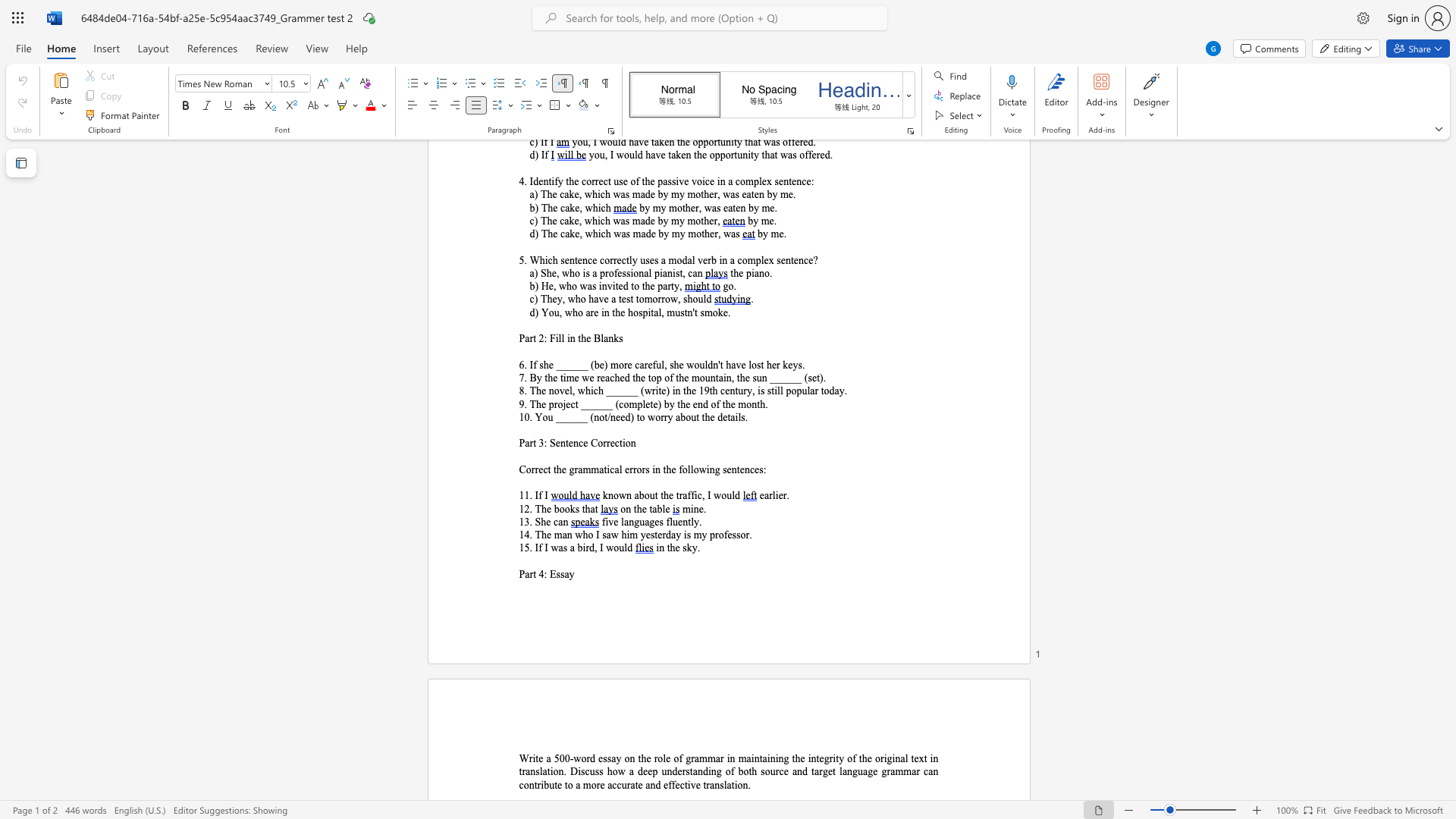 The height and width of the screenshot is (819, 1456). Describe the element at coordinates (674, 785) in the screenshot. I see `the space between the continuous character "f" and "e" in the text` at that location.